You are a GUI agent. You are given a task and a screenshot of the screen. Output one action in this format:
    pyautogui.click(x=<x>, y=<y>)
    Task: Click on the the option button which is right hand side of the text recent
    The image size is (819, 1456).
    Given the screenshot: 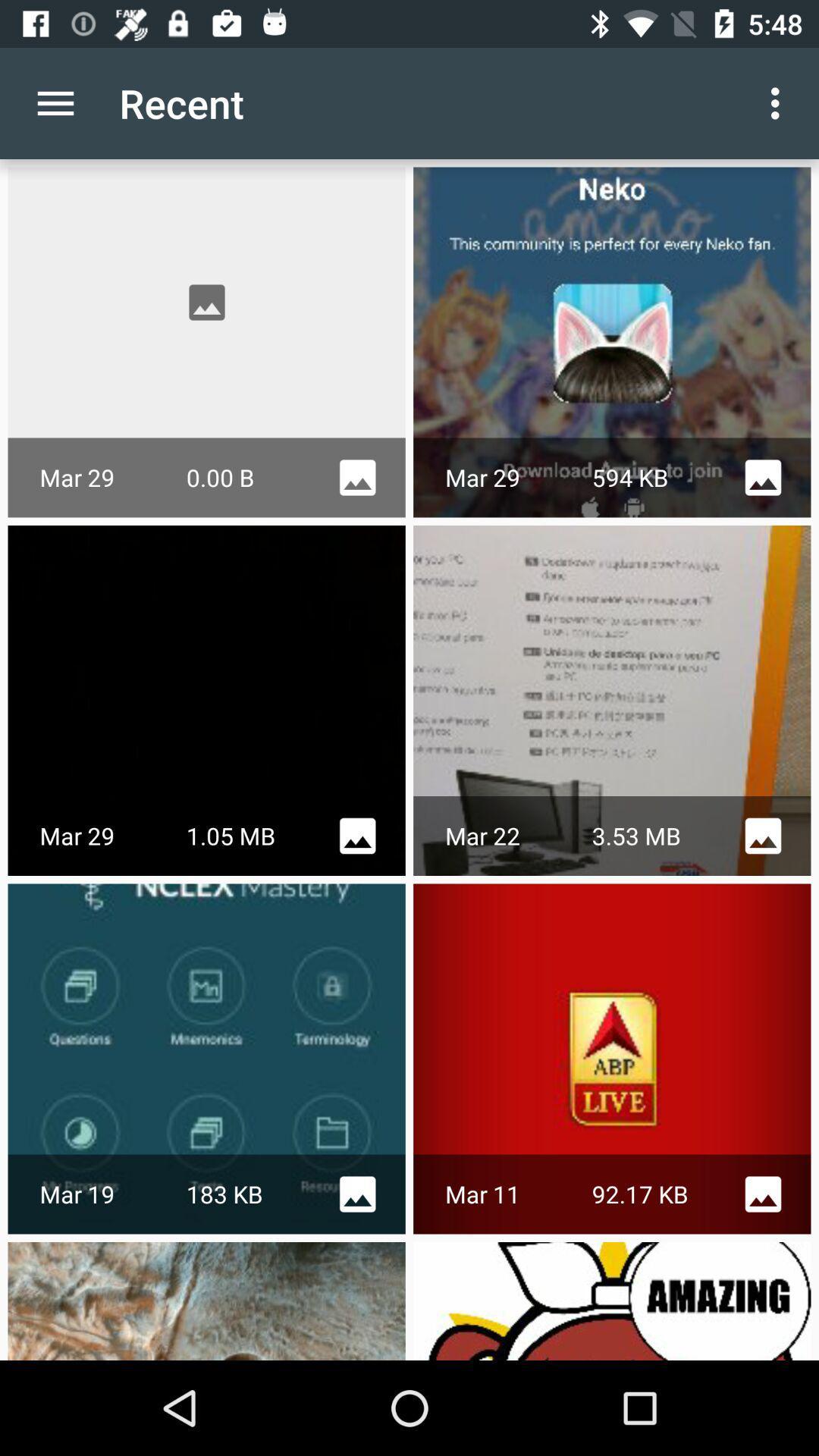 What is the action you would take?
    pyautogui.click(x=779, y=103)
    